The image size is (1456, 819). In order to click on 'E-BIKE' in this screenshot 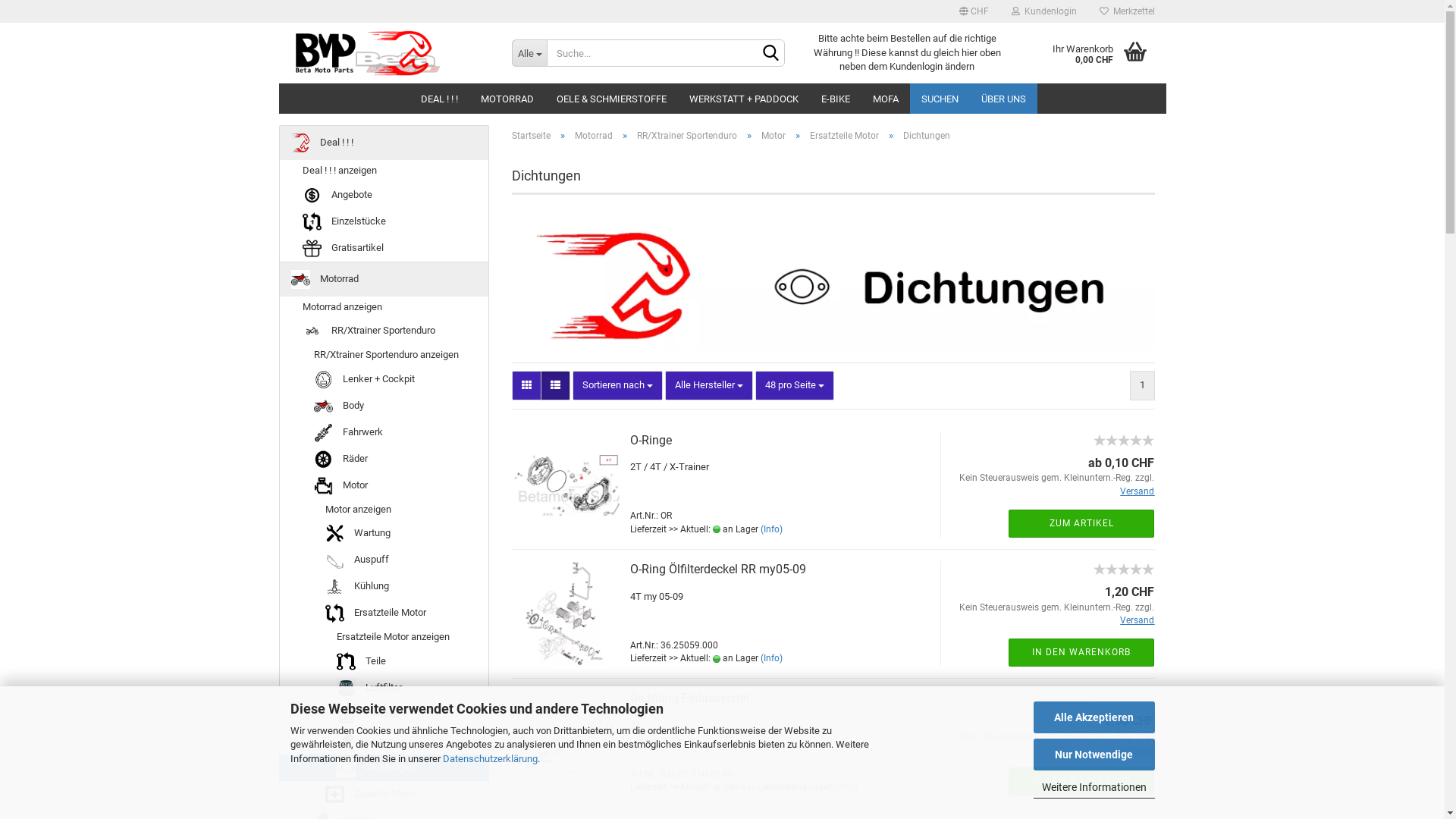, I will do `click(835, 99)`.